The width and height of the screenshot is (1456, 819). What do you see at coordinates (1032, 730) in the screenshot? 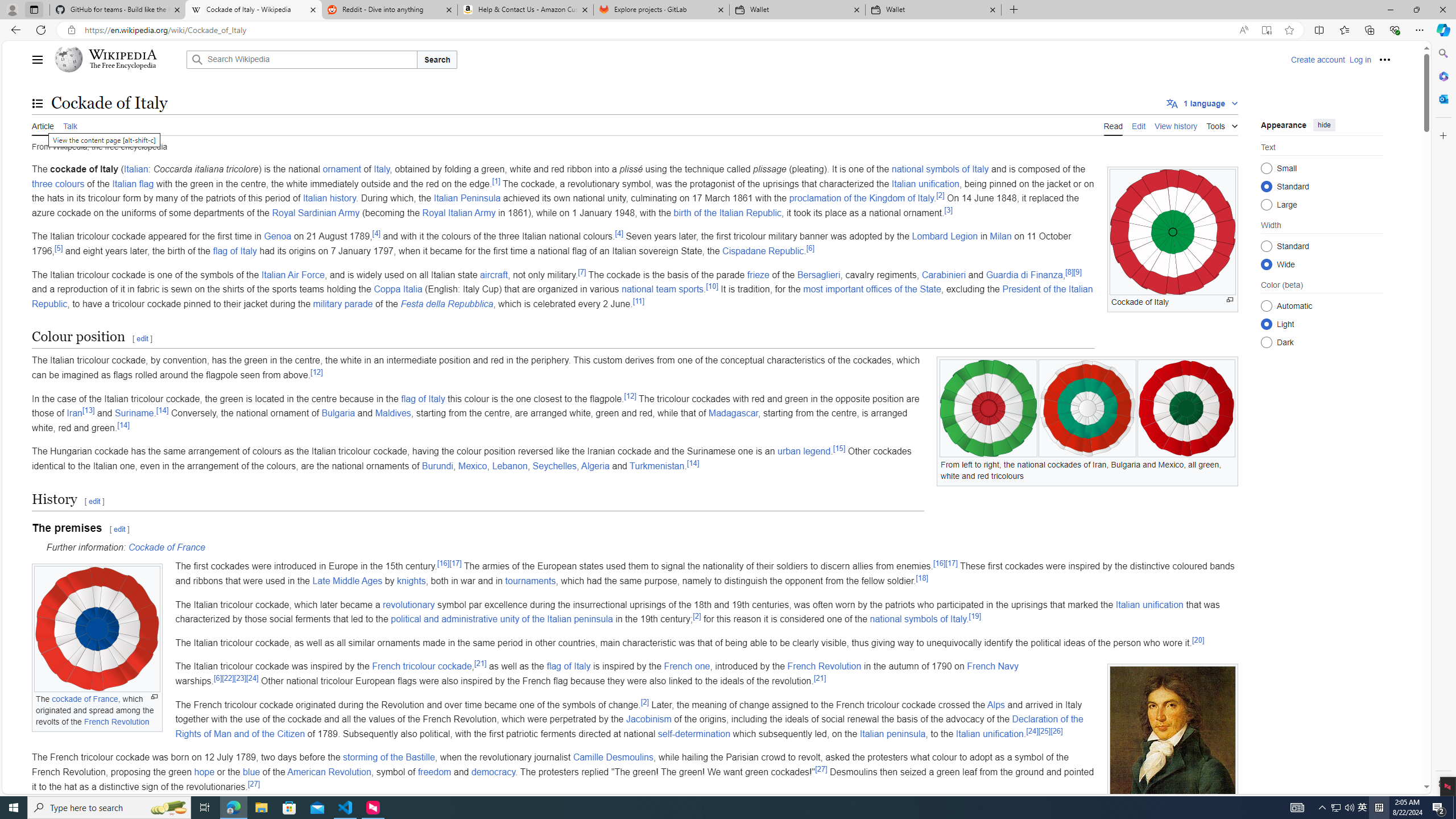
I see `'[24]'` at bounding box center [1032, 730].